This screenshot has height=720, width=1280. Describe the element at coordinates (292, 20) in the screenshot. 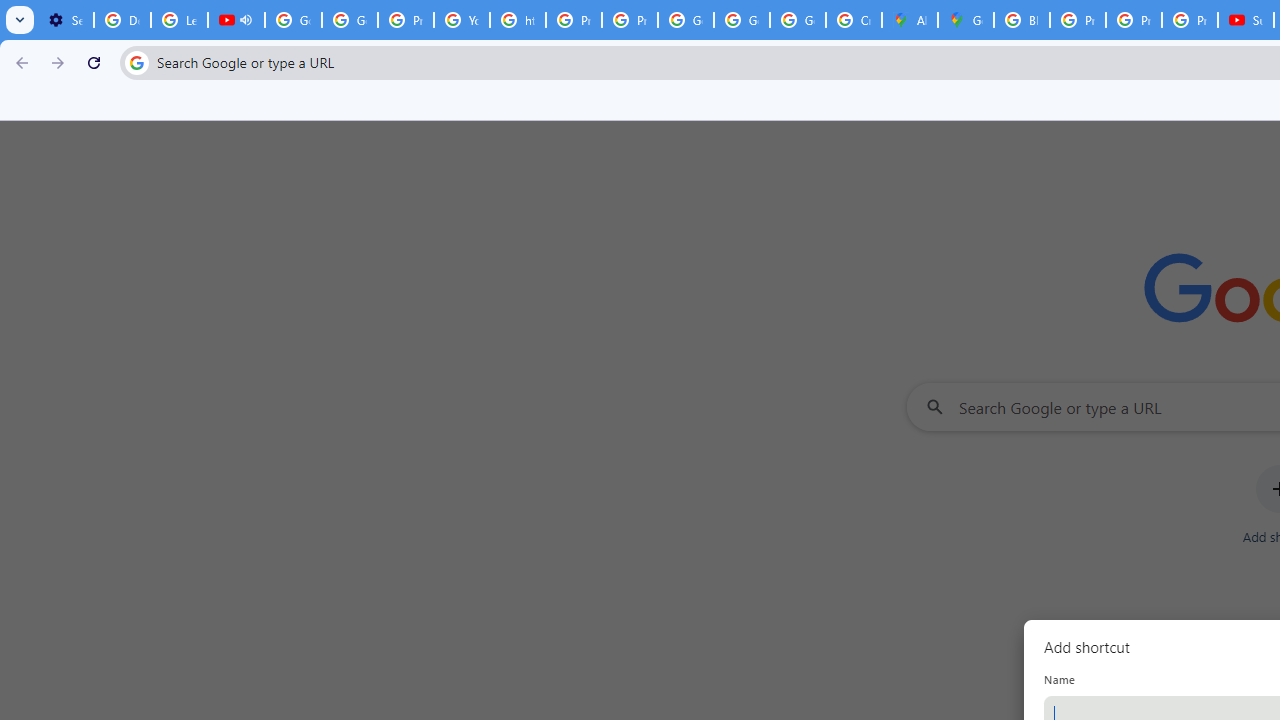

I see `'Google Account Help'` at that location.